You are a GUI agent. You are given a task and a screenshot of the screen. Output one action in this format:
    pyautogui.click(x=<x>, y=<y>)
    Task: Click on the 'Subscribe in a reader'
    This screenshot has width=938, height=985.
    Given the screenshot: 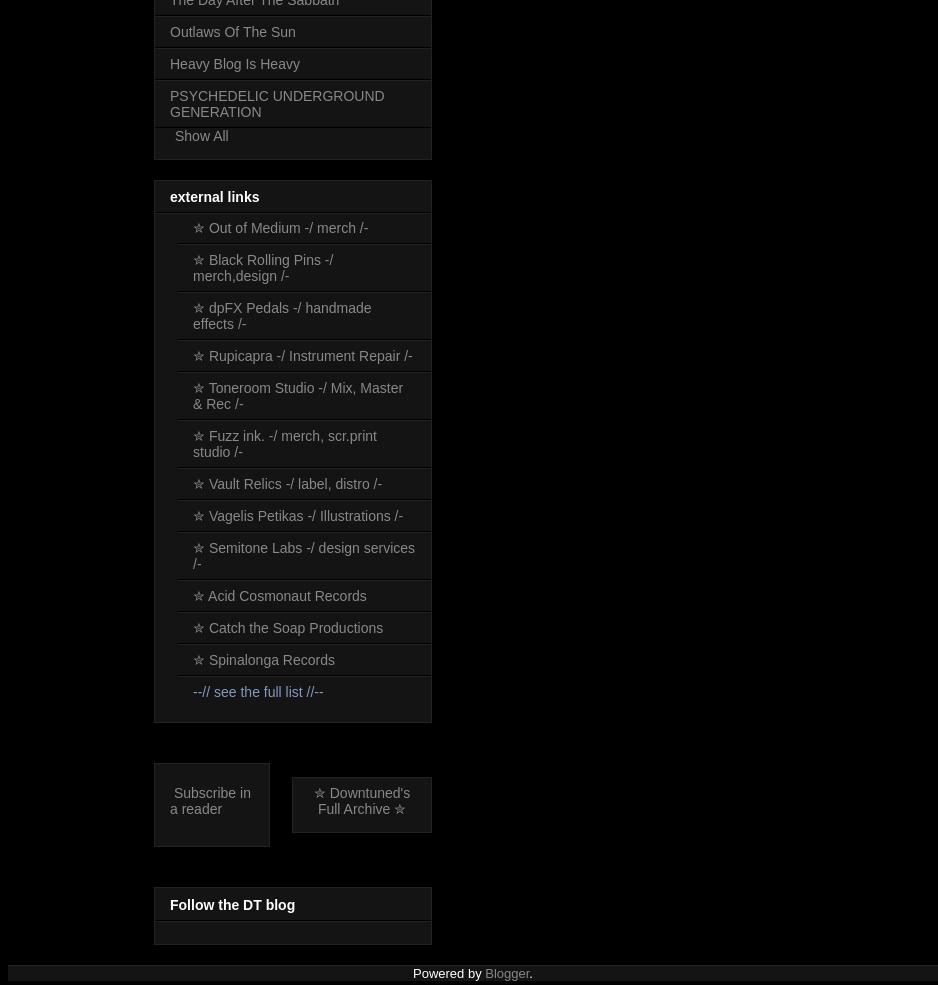 What is the action you would take?
    pyautogui.click(x=210, y=800)
    